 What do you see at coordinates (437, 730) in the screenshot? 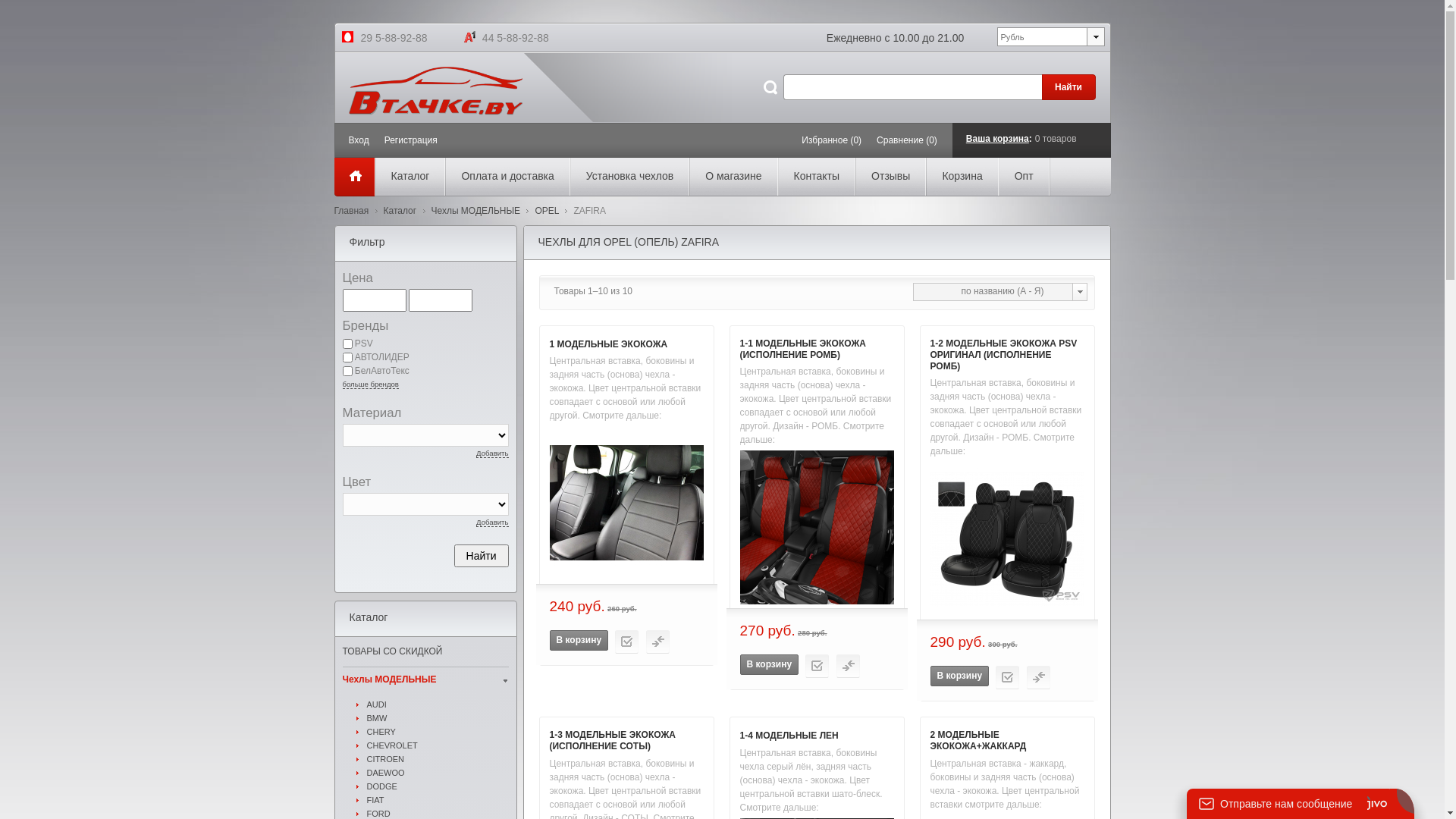
I see `'CHERY'` at bounding box center [437, 730].